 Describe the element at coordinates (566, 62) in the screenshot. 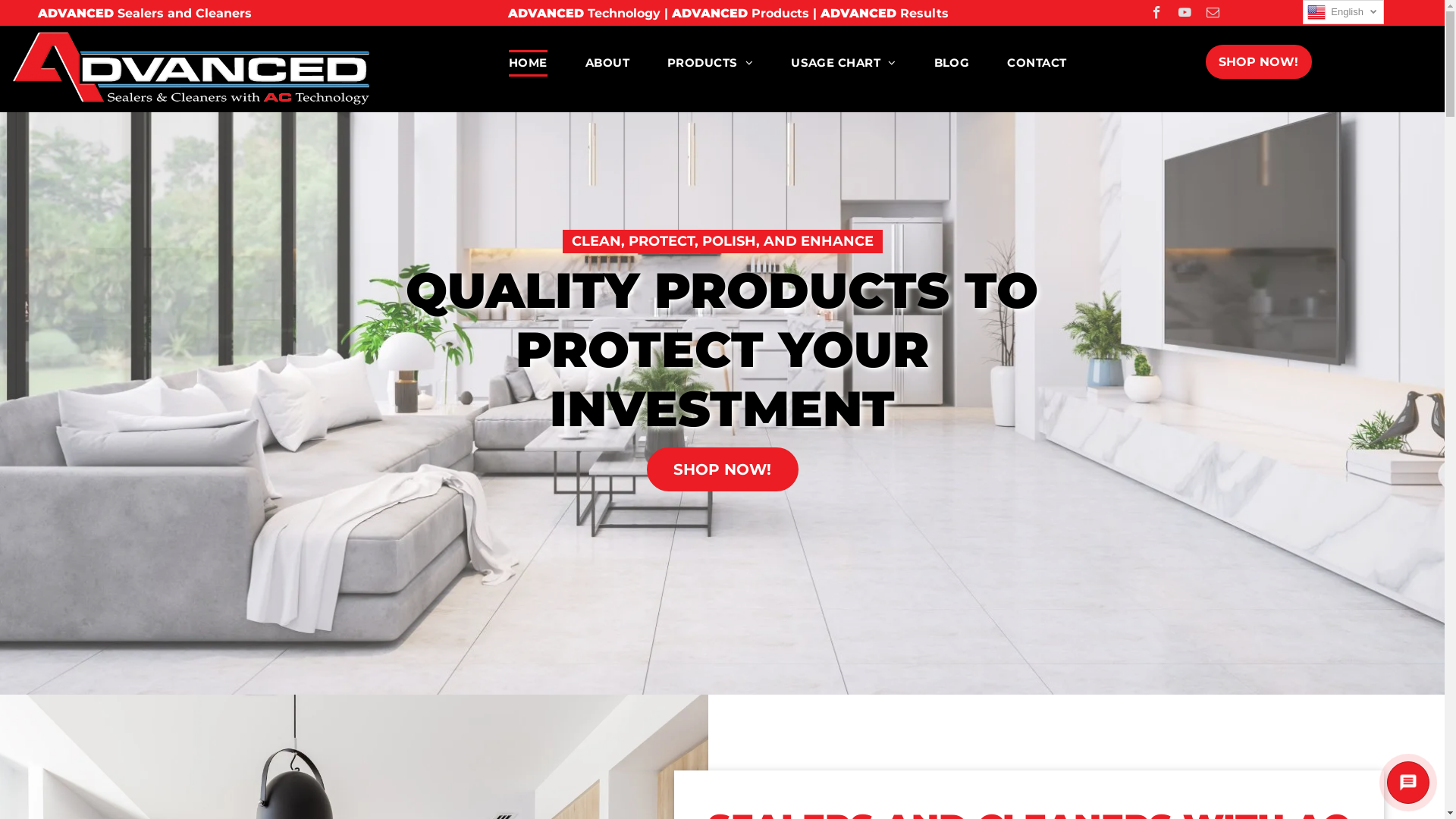

I see `'ABOUT'` at that location.